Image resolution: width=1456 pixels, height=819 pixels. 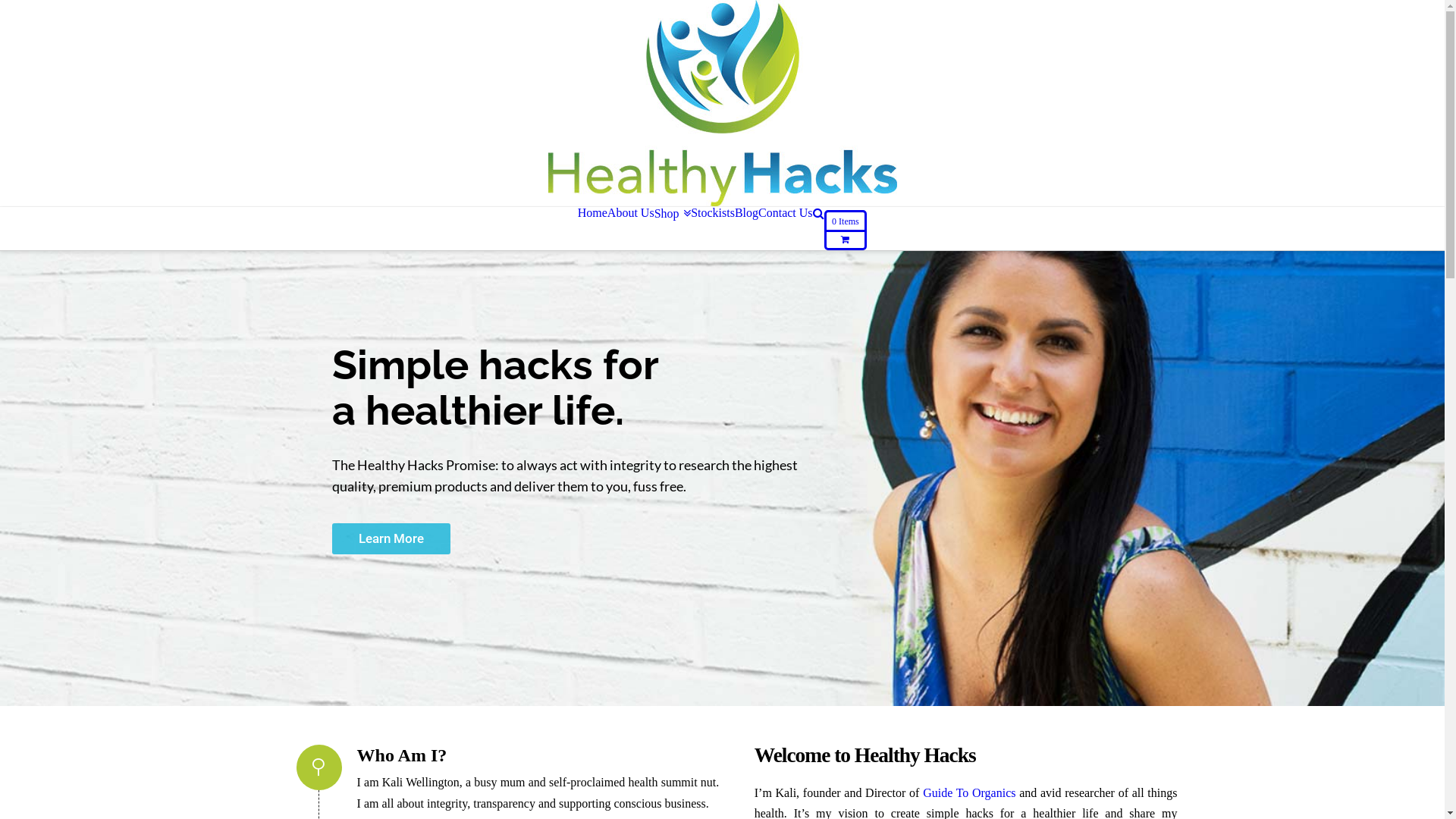 I want to click on 'Home', so click(x=591, y=213).